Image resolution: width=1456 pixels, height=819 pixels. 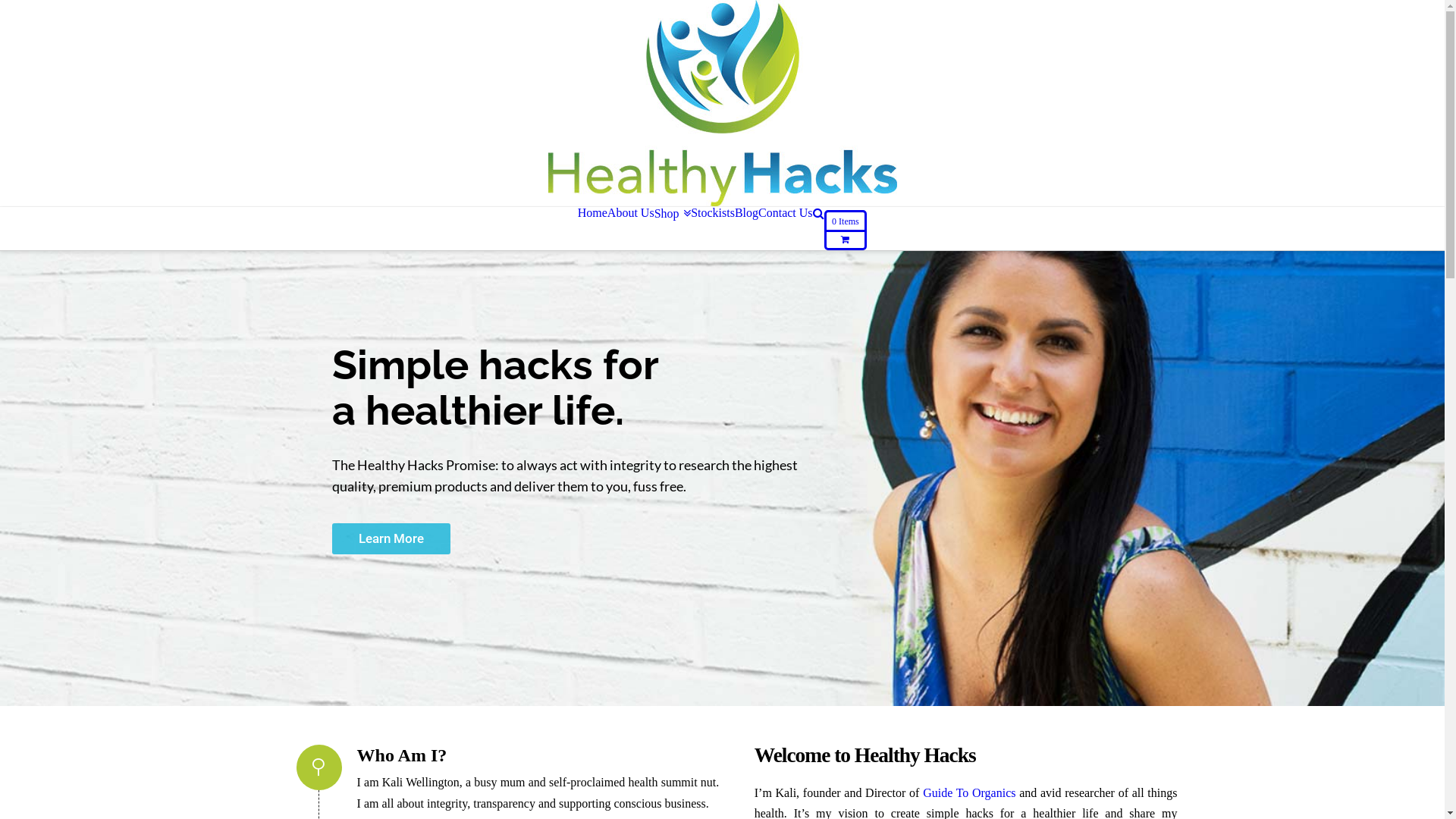 I want to click on 'Home', so click(x=591, y=213).